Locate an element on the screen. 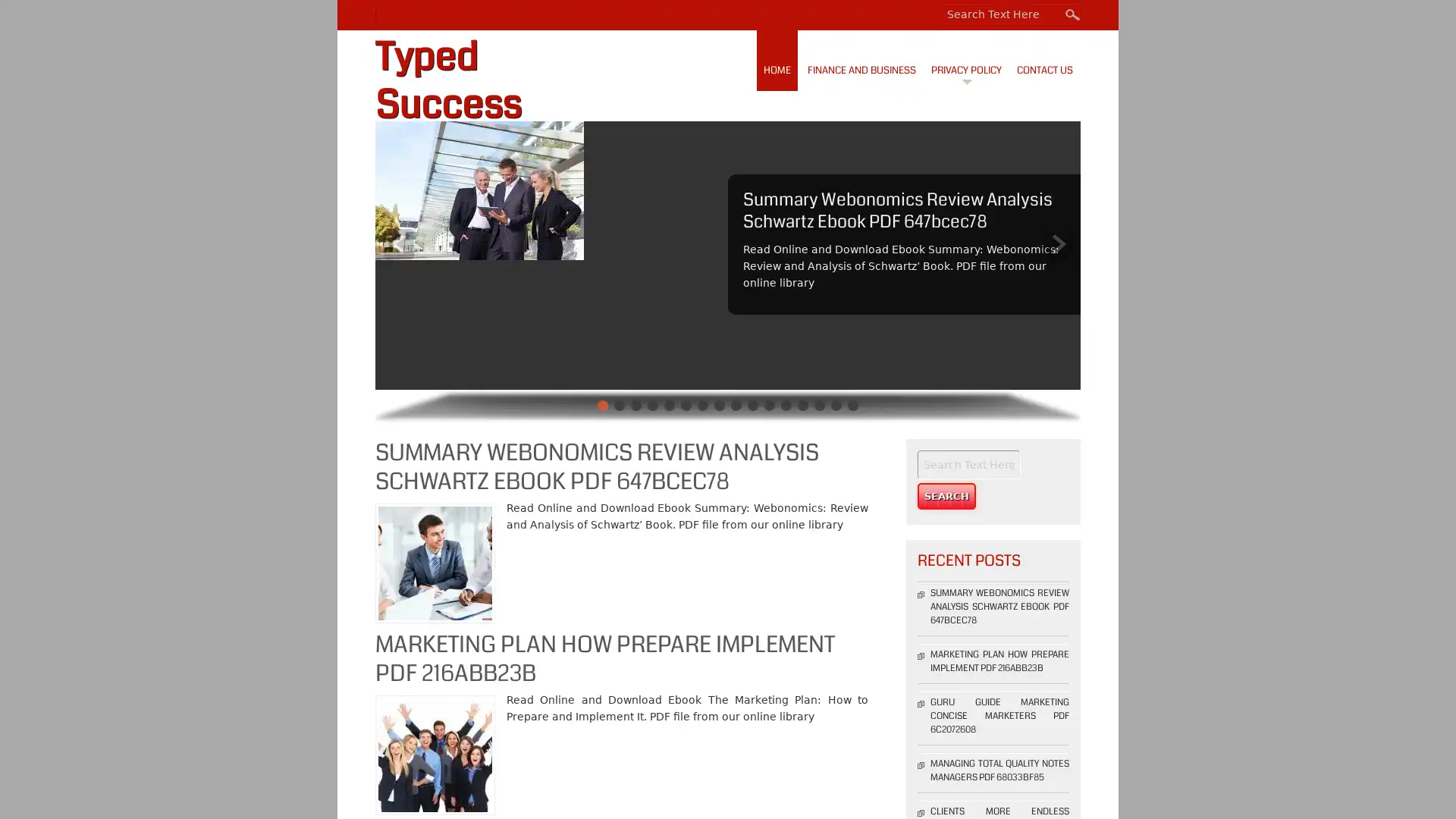  Search is located at coordinates (946, 496).